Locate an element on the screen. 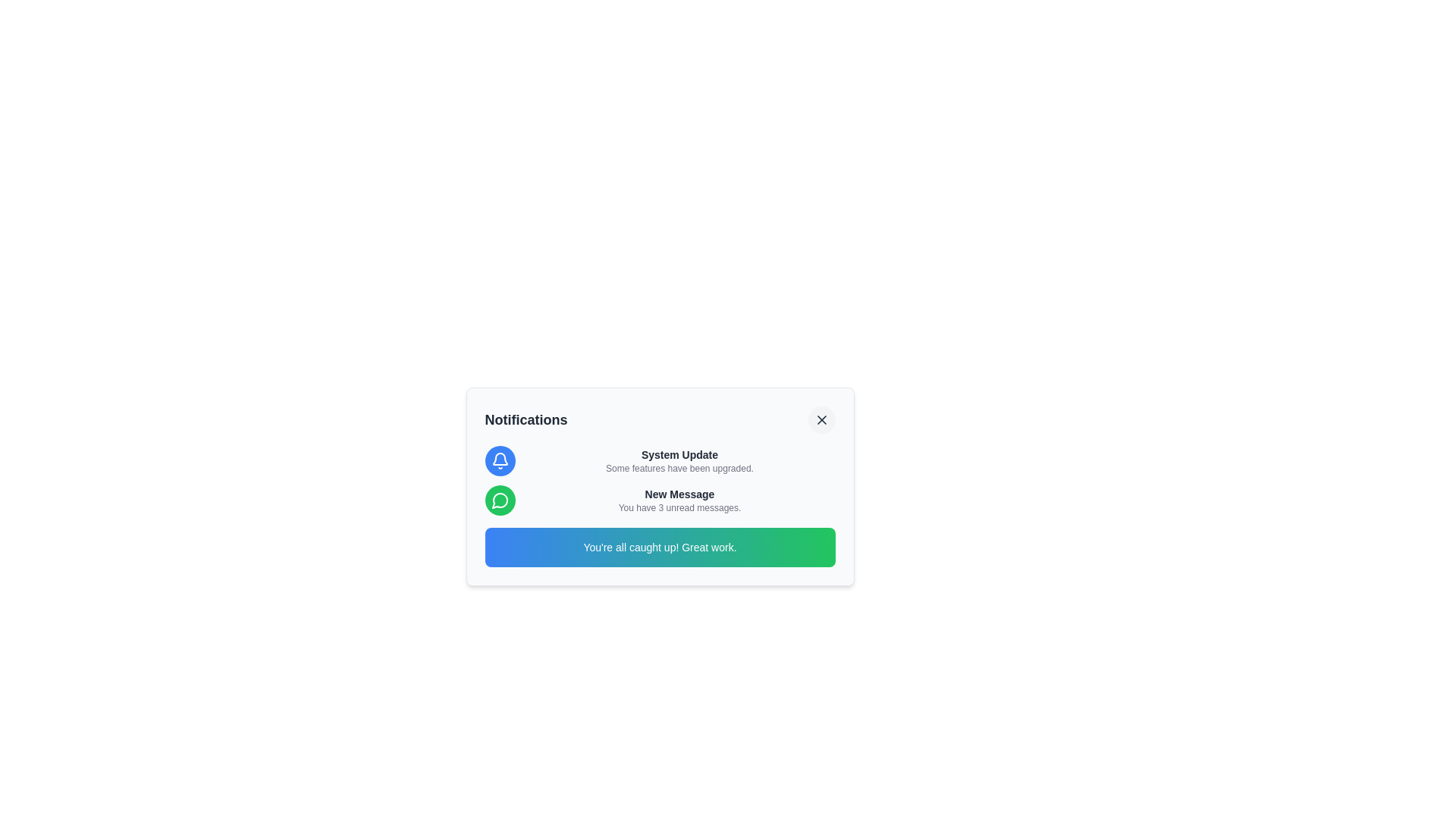 The height and width of the screenshot is (819, 1456). text message displayed in the text component that says, 'You're all caught up! Great work.' located at the center of the gradient rectangular block is located at coordinates (660, 547).